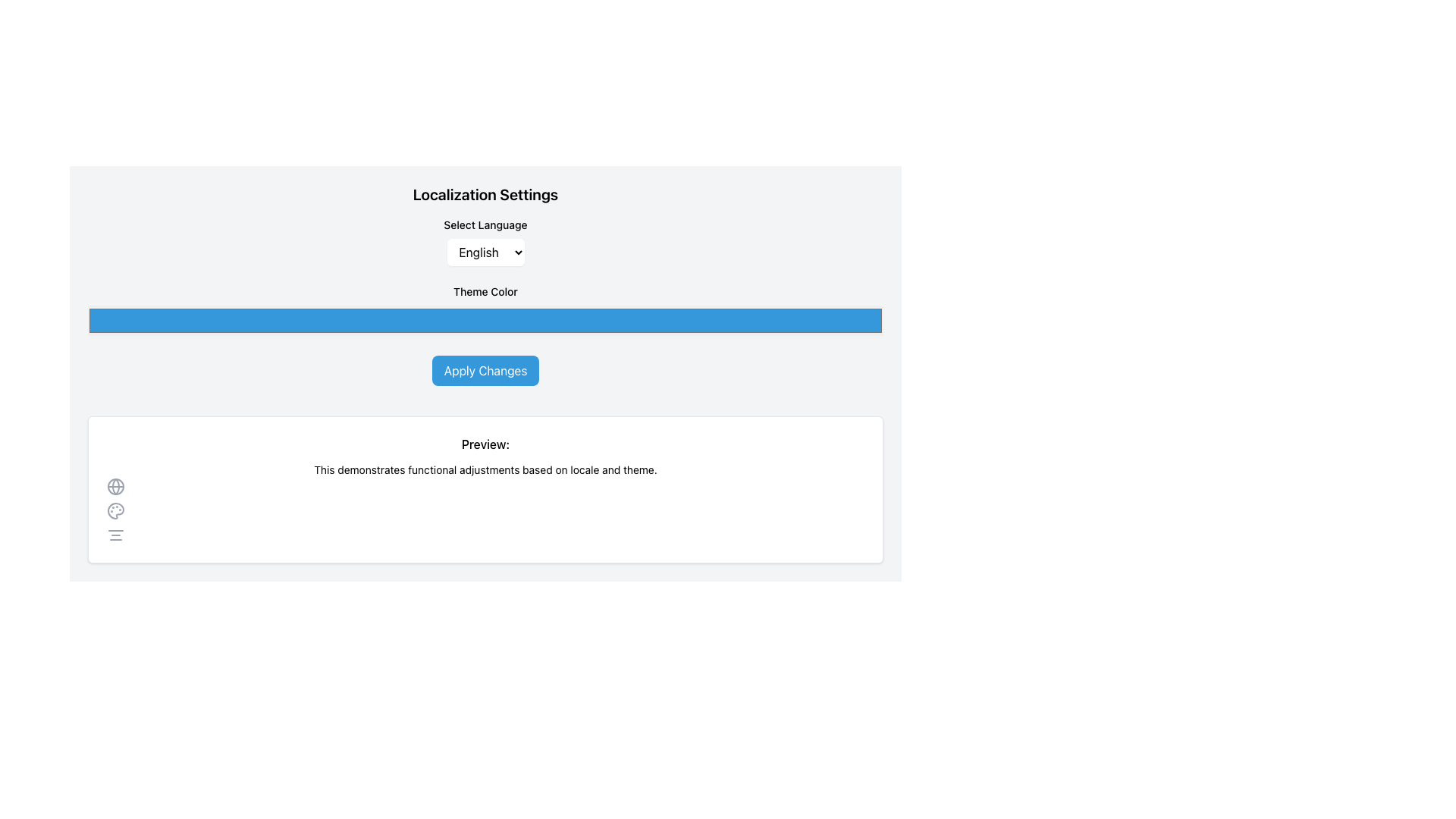 This screenshot has height=819, width=1456. What do you see at coordinates (115, 486) in the screenshot?
I see `the decorative SVG Circle that forms the outer circular boundary of the globe icon located in the left section of the card component` at bounding box center [115, 486].